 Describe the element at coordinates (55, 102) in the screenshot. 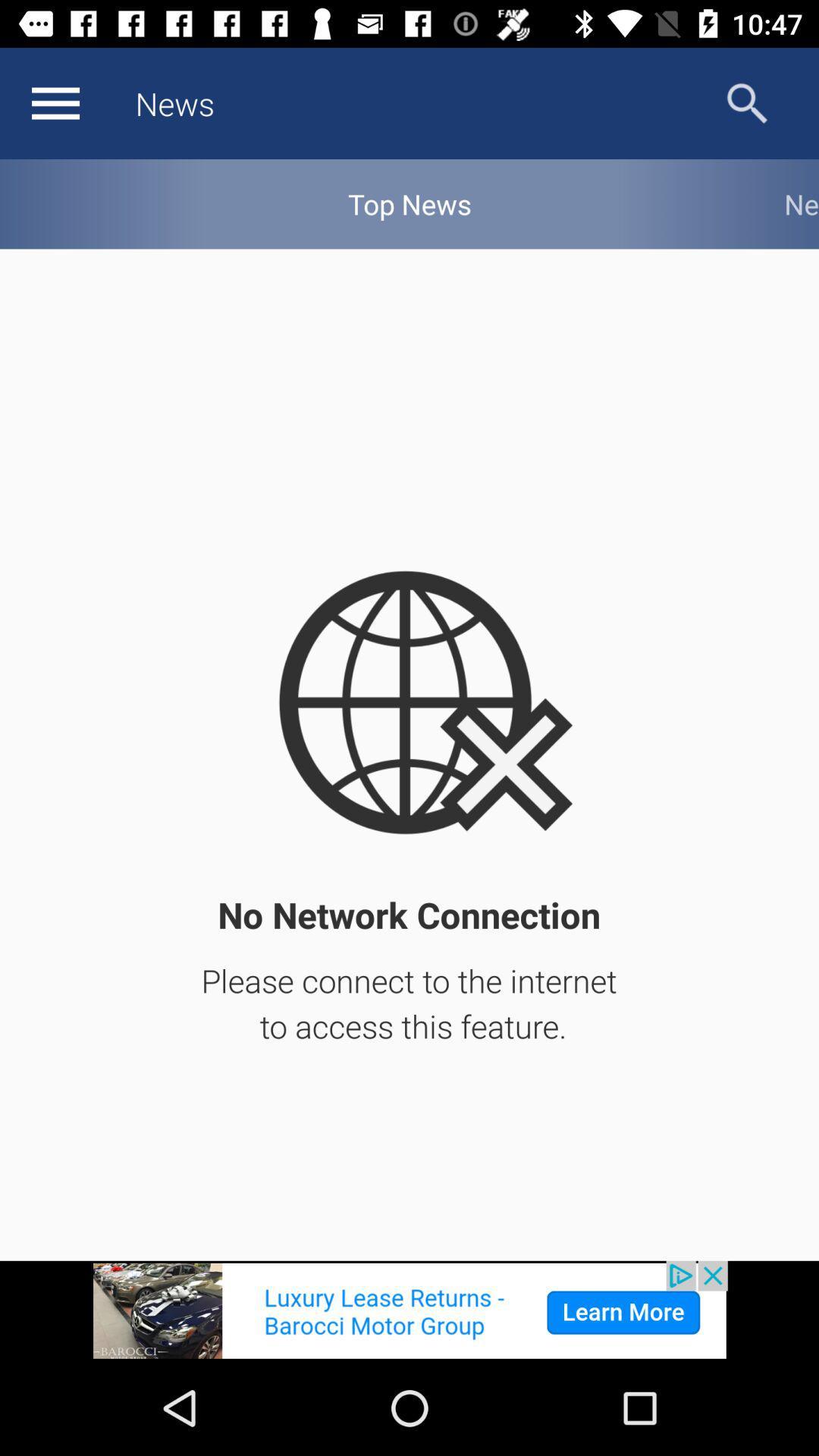

I see `menu` at that location.